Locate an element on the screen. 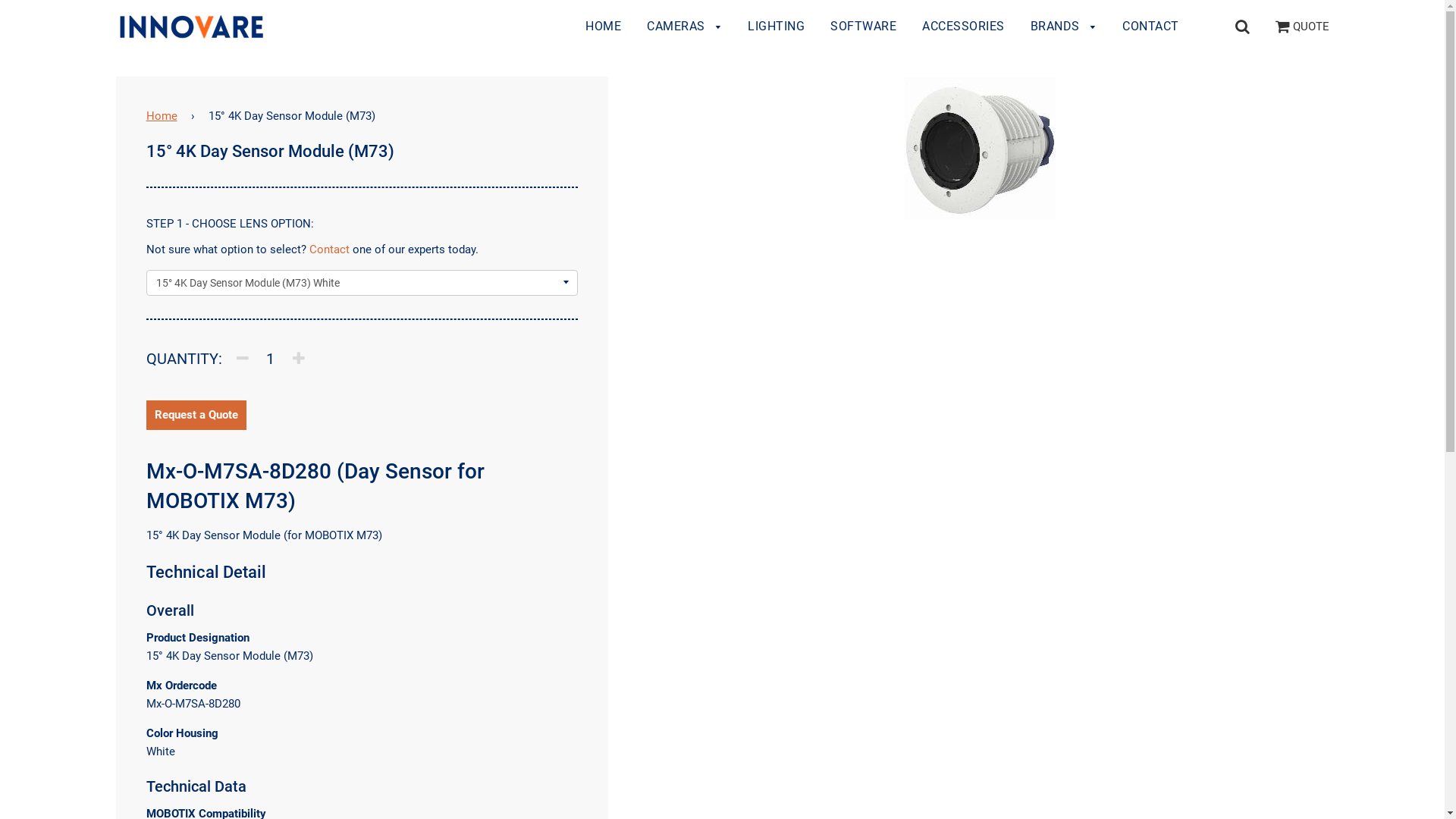  'Request a Quote' is located at coordinates (196, 415).